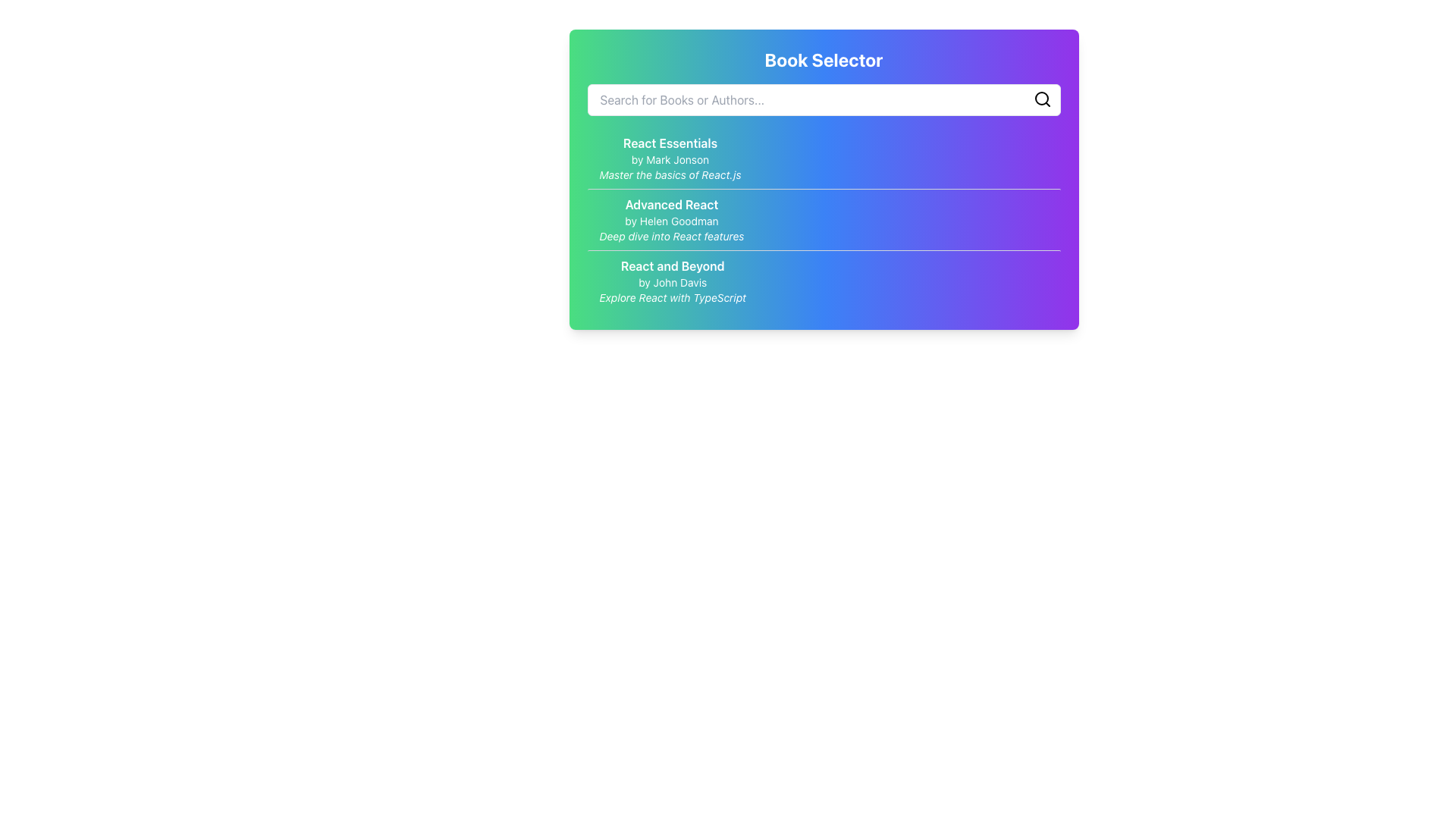 The image size is (1456, 819). I want to click on the SVG circle element that is part of the magnifying glass icon in the top-right corner of the interface, so click(1040, 99).